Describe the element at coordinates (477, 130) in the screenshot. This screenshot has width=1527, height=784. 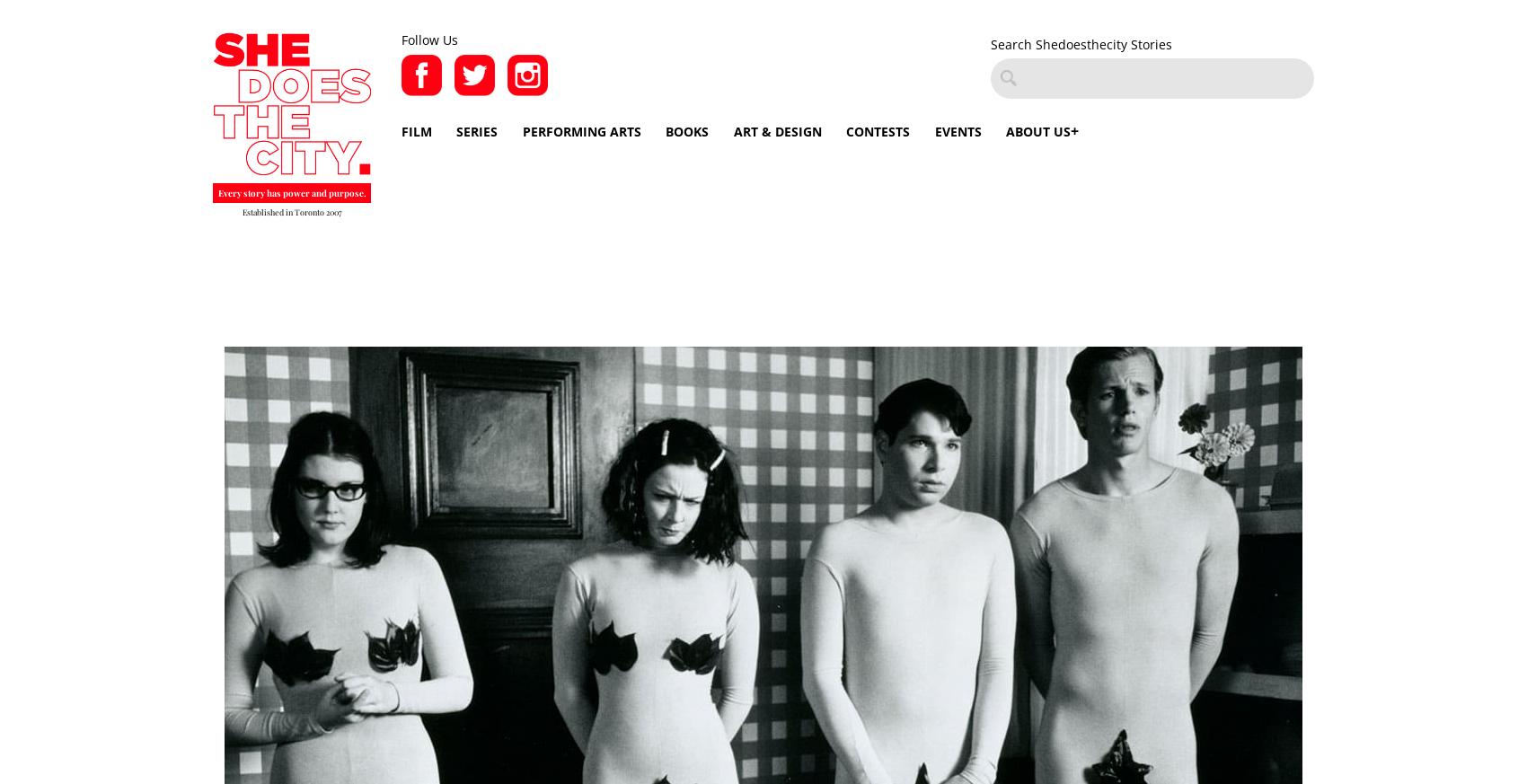
I see `'Series'` at that location.